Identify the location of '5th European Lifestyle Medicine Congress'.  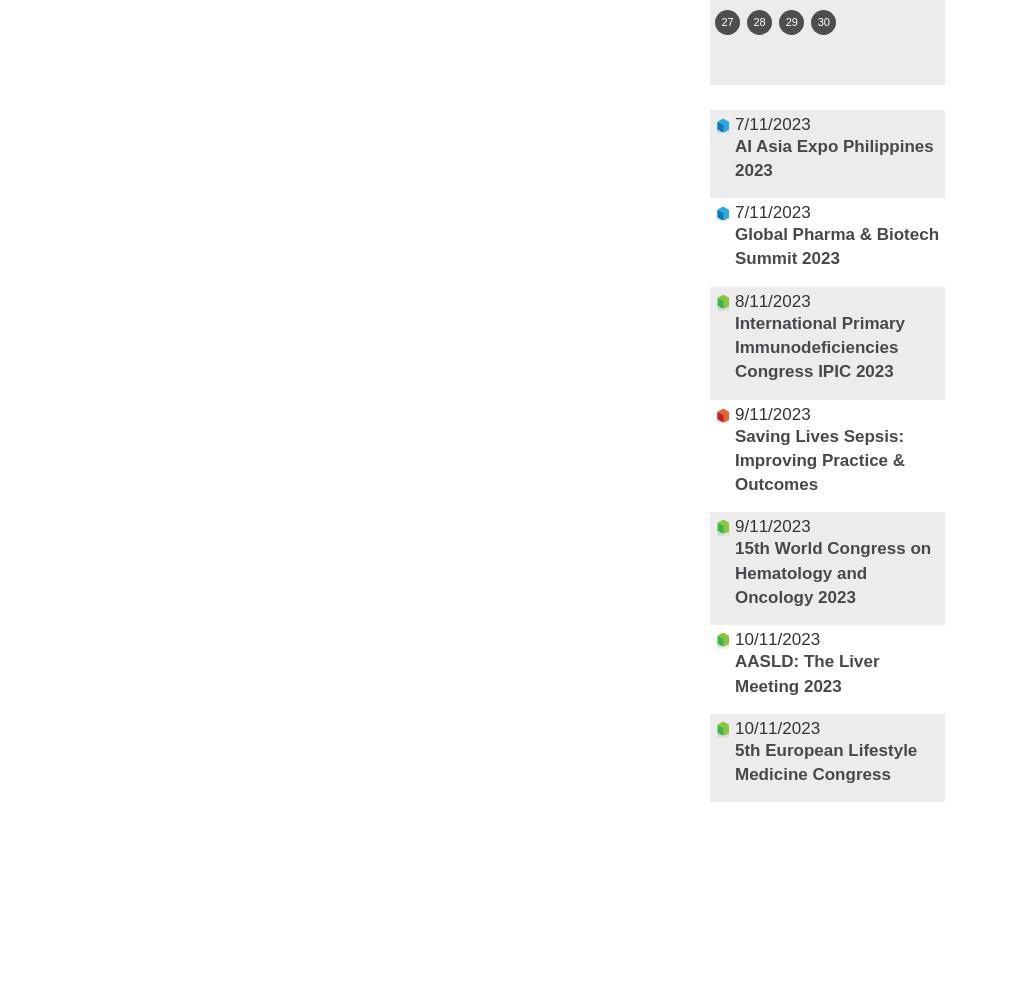
(825, 760).